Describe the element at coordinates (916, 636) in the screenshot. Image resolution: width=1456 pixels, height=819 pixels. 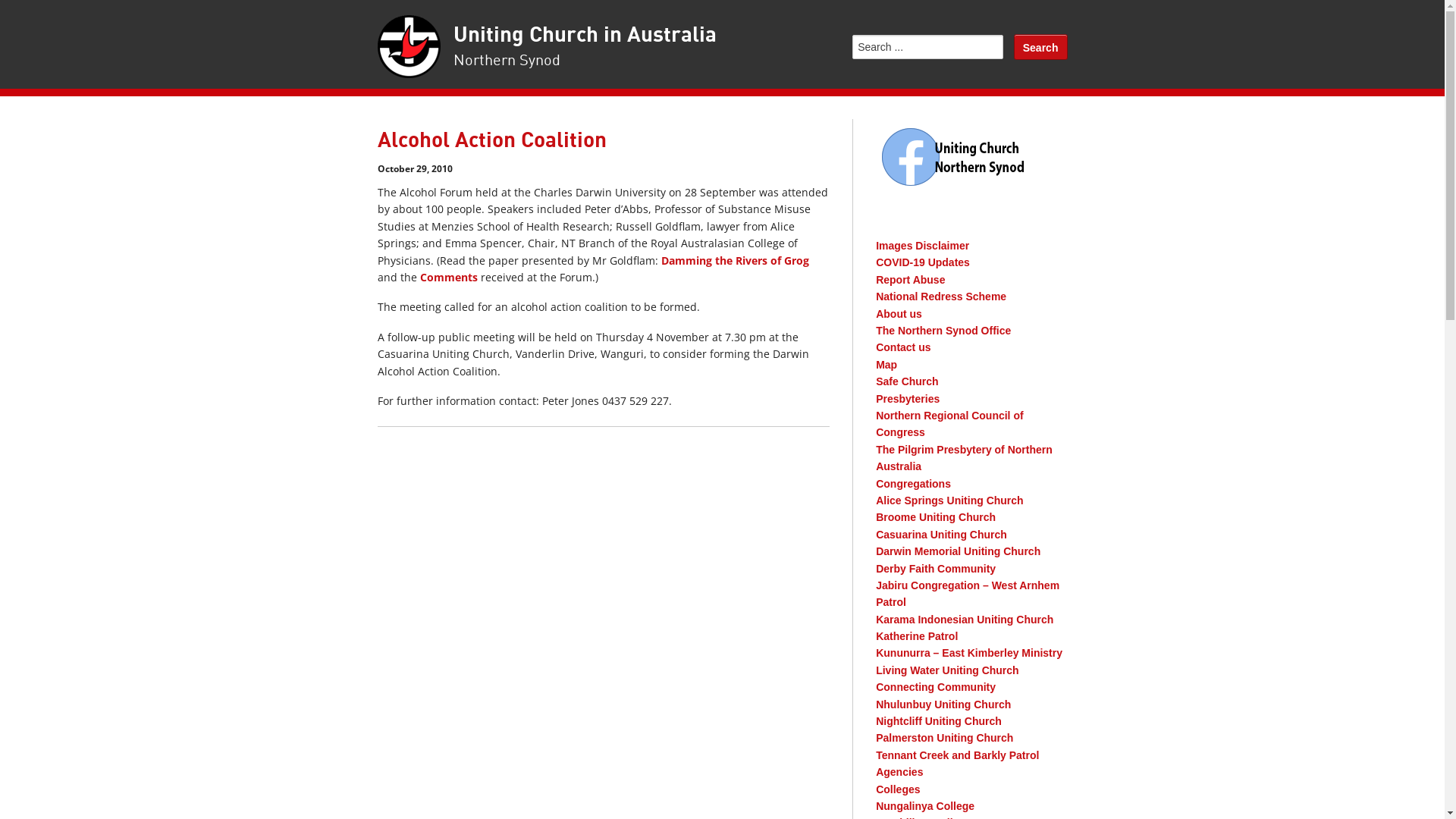
I see `'Katherine Patrol'` at that location.